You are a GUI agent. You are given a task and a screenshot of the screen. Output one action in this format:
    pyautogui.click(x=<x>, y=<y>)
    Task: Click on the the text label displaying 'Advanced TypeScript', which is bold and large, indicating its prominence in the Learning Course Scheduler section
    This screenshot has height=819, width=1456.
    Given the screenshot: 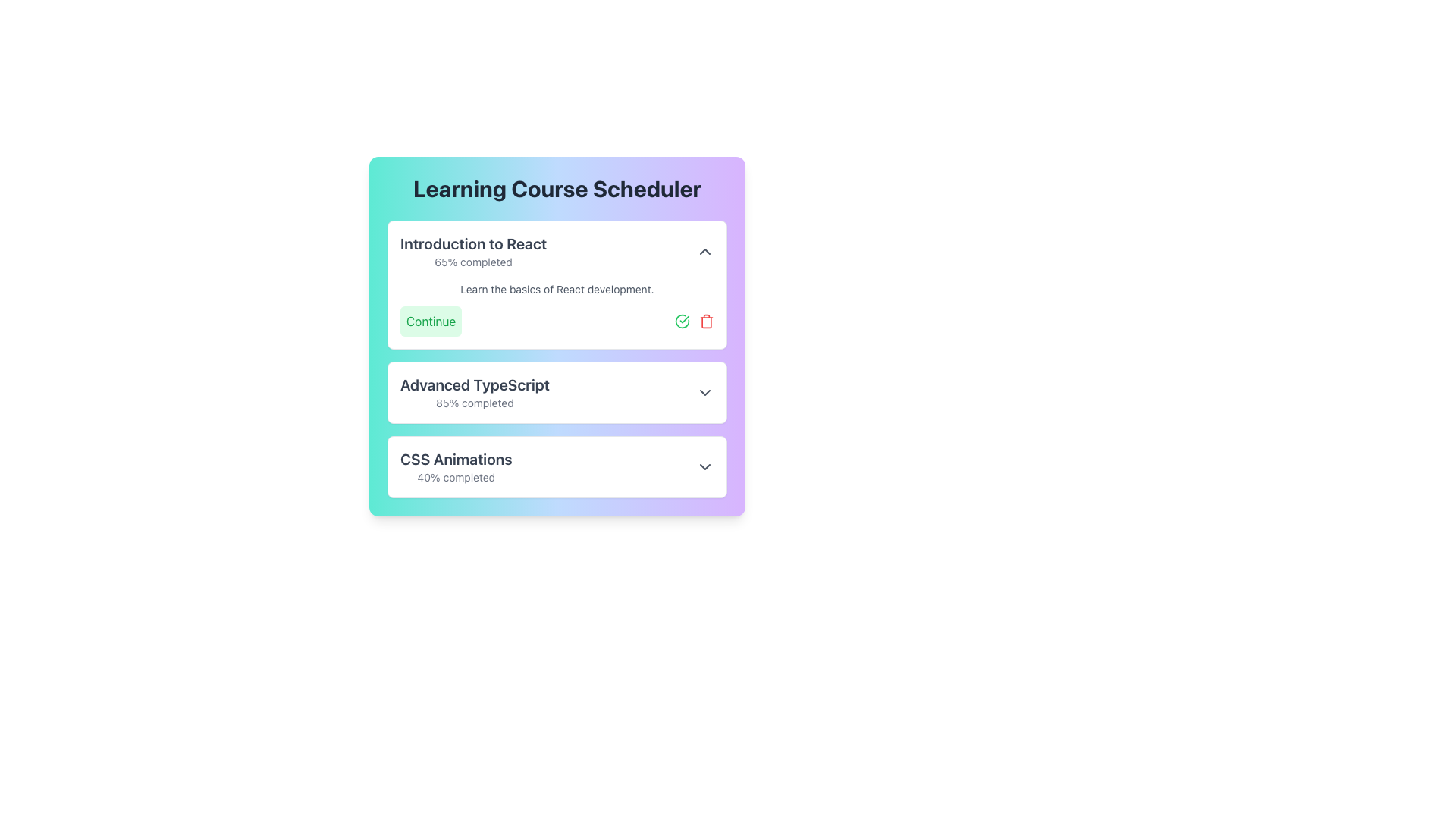 What is the action you would take?
    pyautogui.click(x=474, y=384)
    